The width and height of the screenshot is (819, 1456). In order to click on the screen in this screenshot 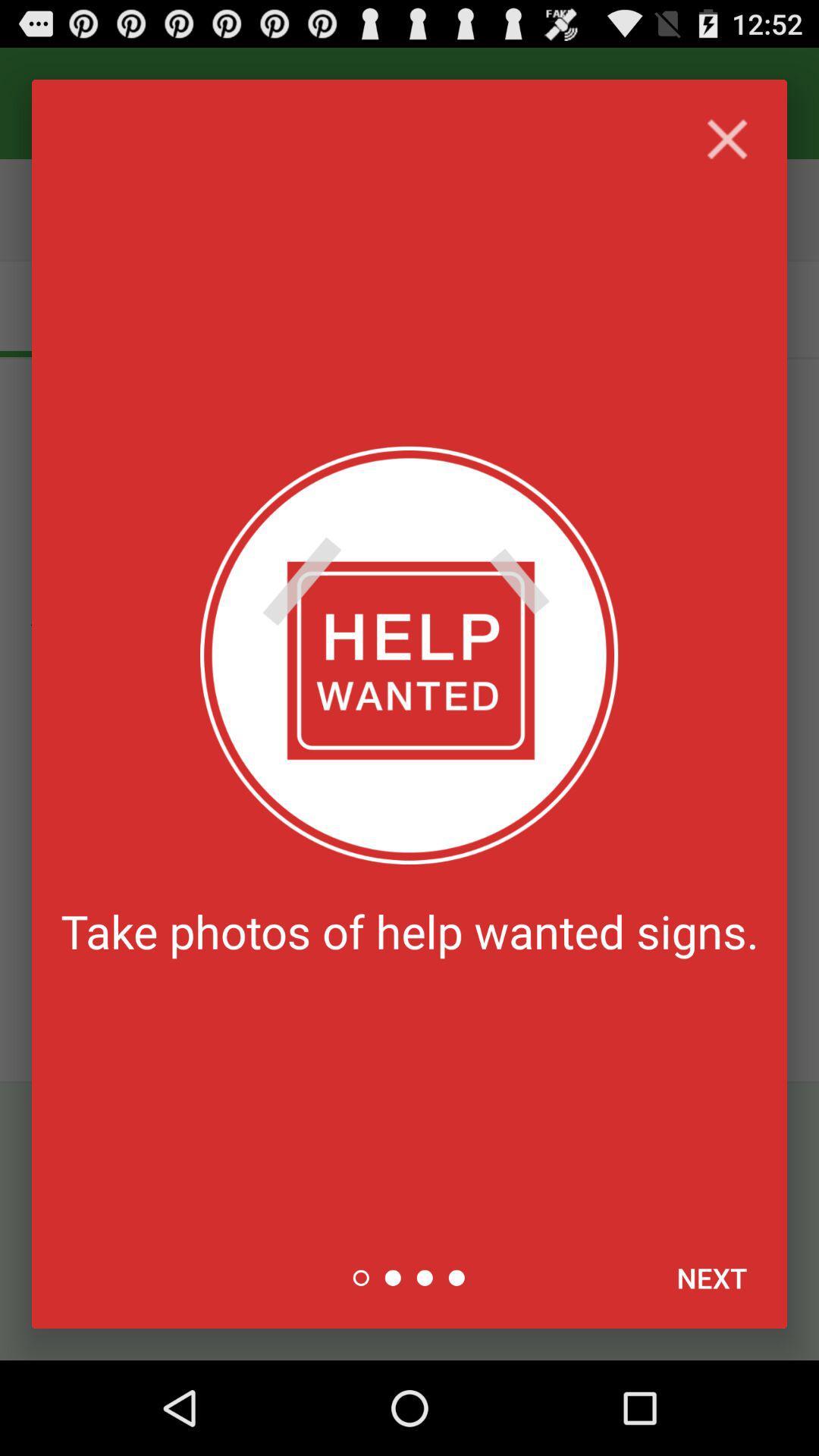, I will do `click(726, 139)`.